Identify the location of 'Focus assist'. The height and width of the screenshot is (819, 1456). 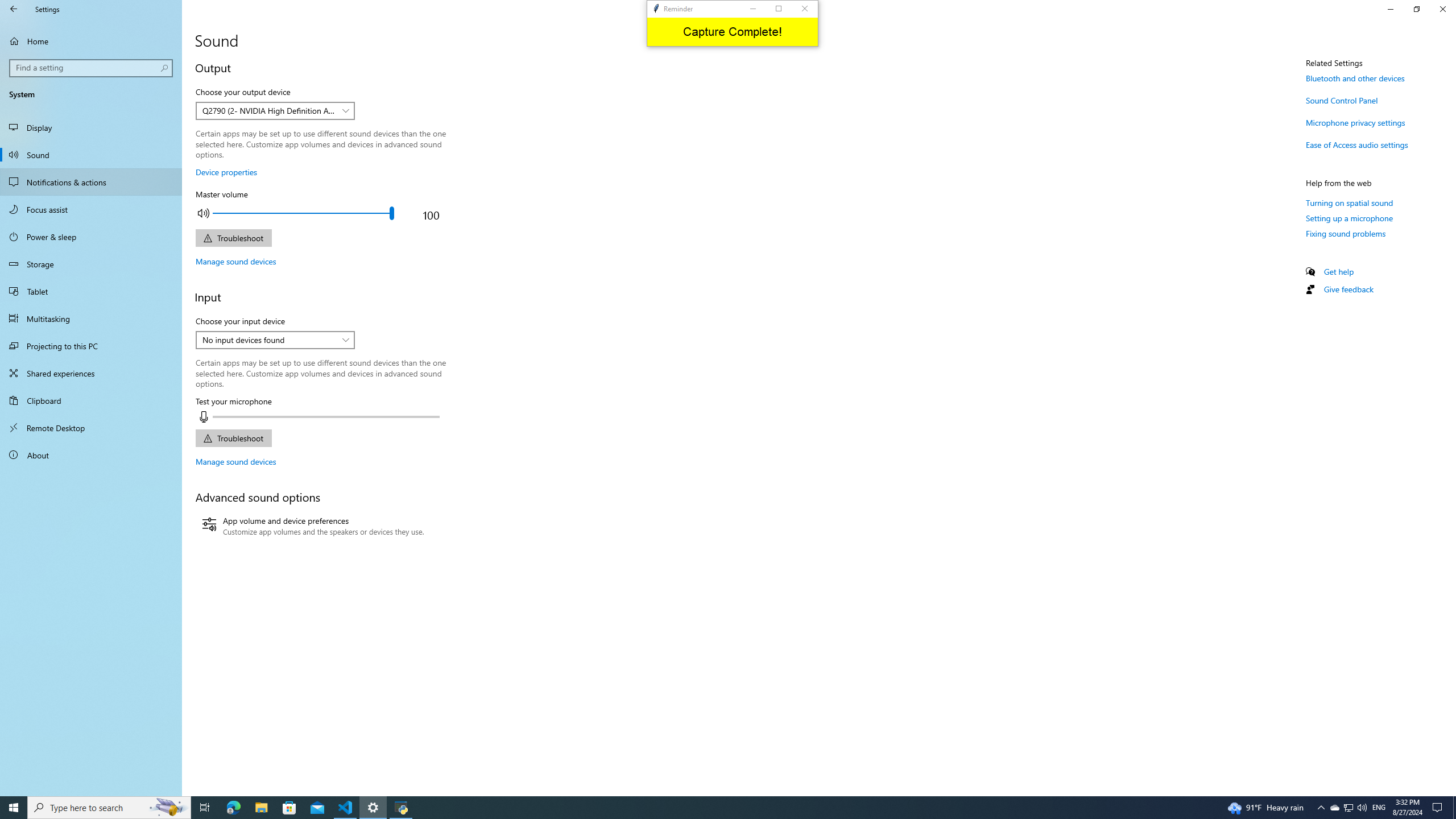
(90, 209).